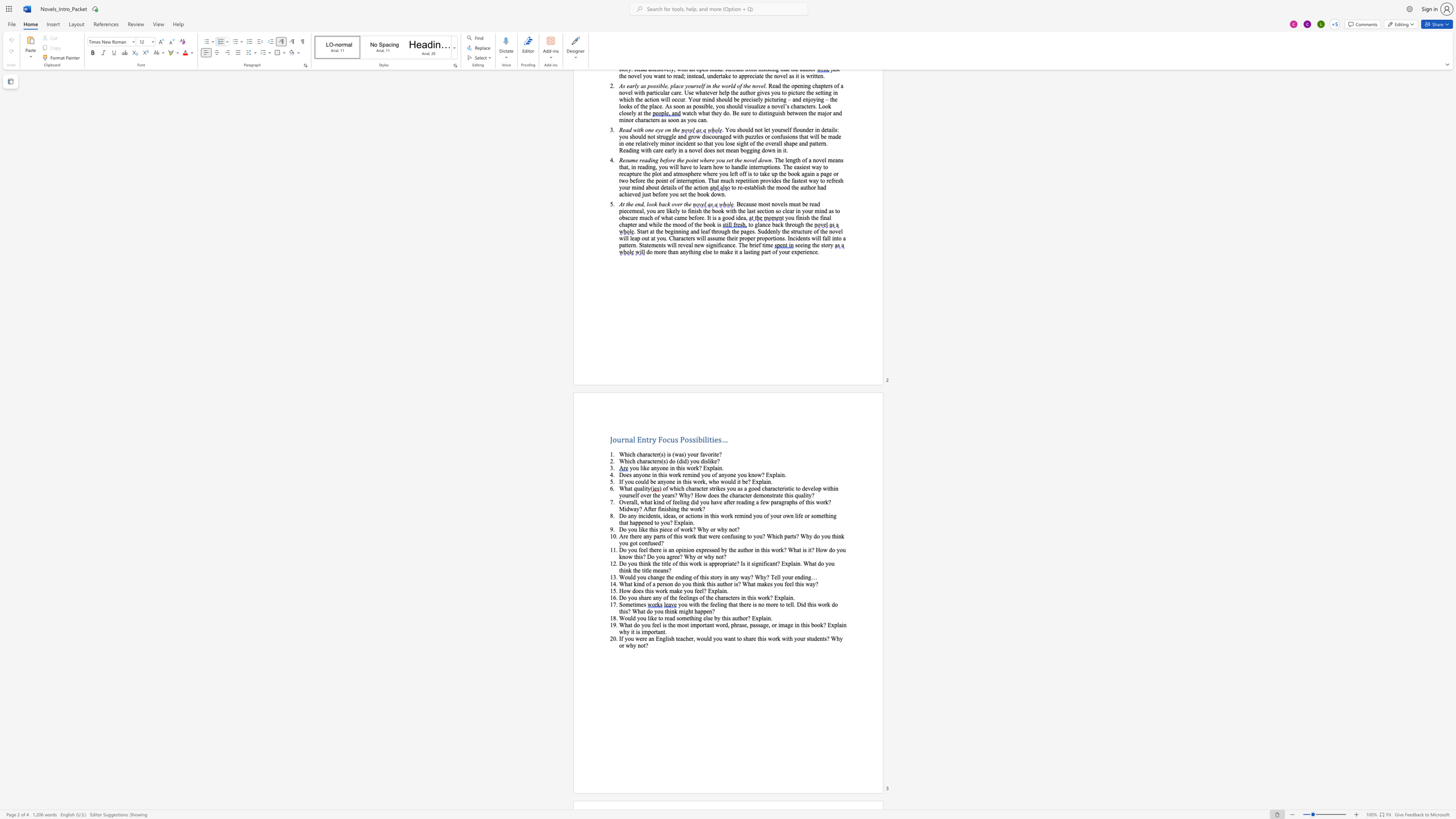 The image size is (1456, 819). What do you see at coordinates (798, 563) in the screenshot?
I see `the 3th character "n" in the text` at bounding box center [798, 563].